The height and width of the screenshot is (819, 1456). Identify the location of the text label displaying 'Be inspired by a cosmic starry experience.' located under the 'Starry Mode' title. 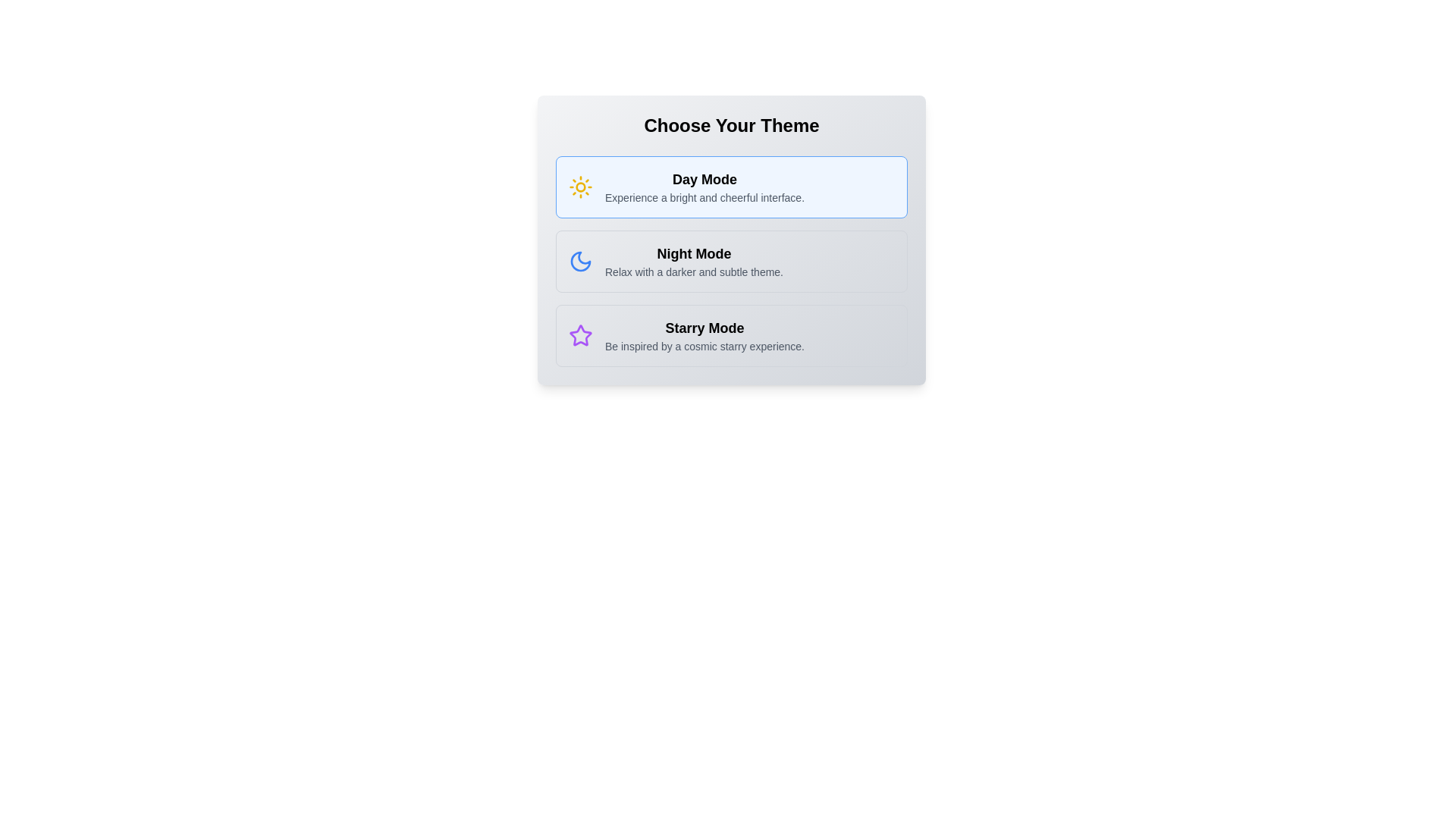
(704, 346).